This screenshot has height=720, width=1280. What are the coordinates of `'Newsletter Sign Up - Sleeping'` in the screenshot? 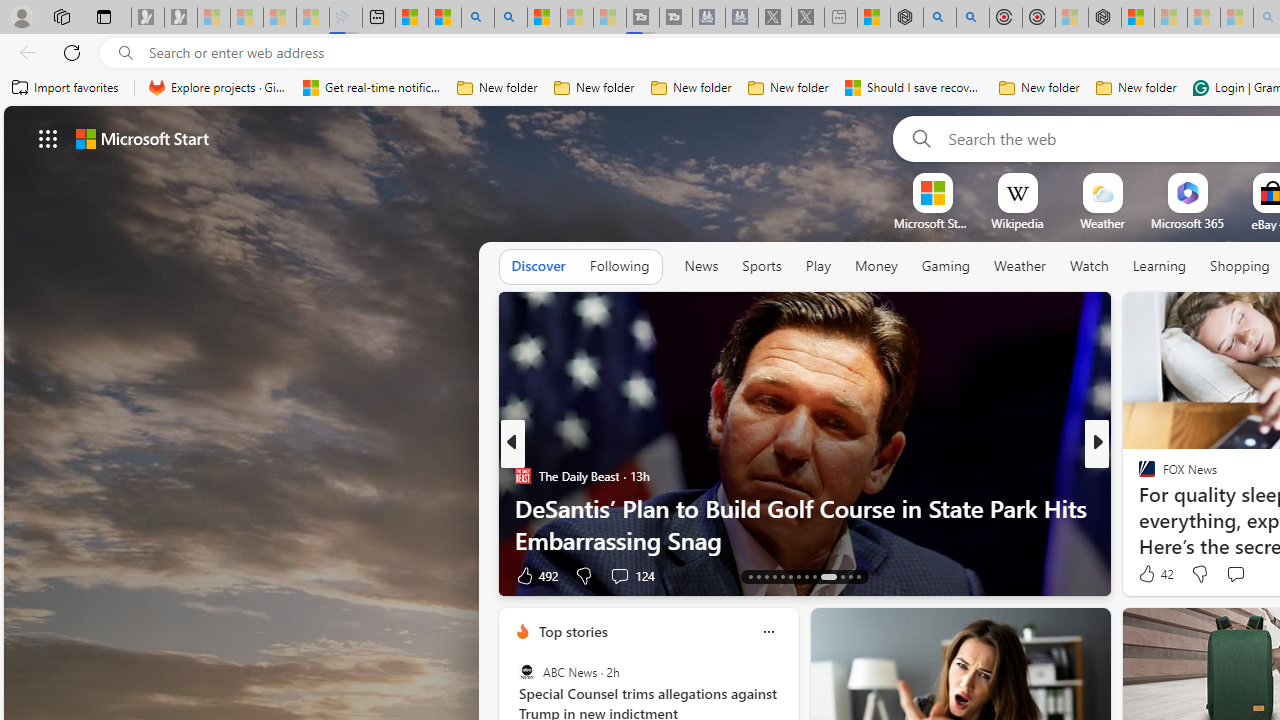 It's located at (181, 17).